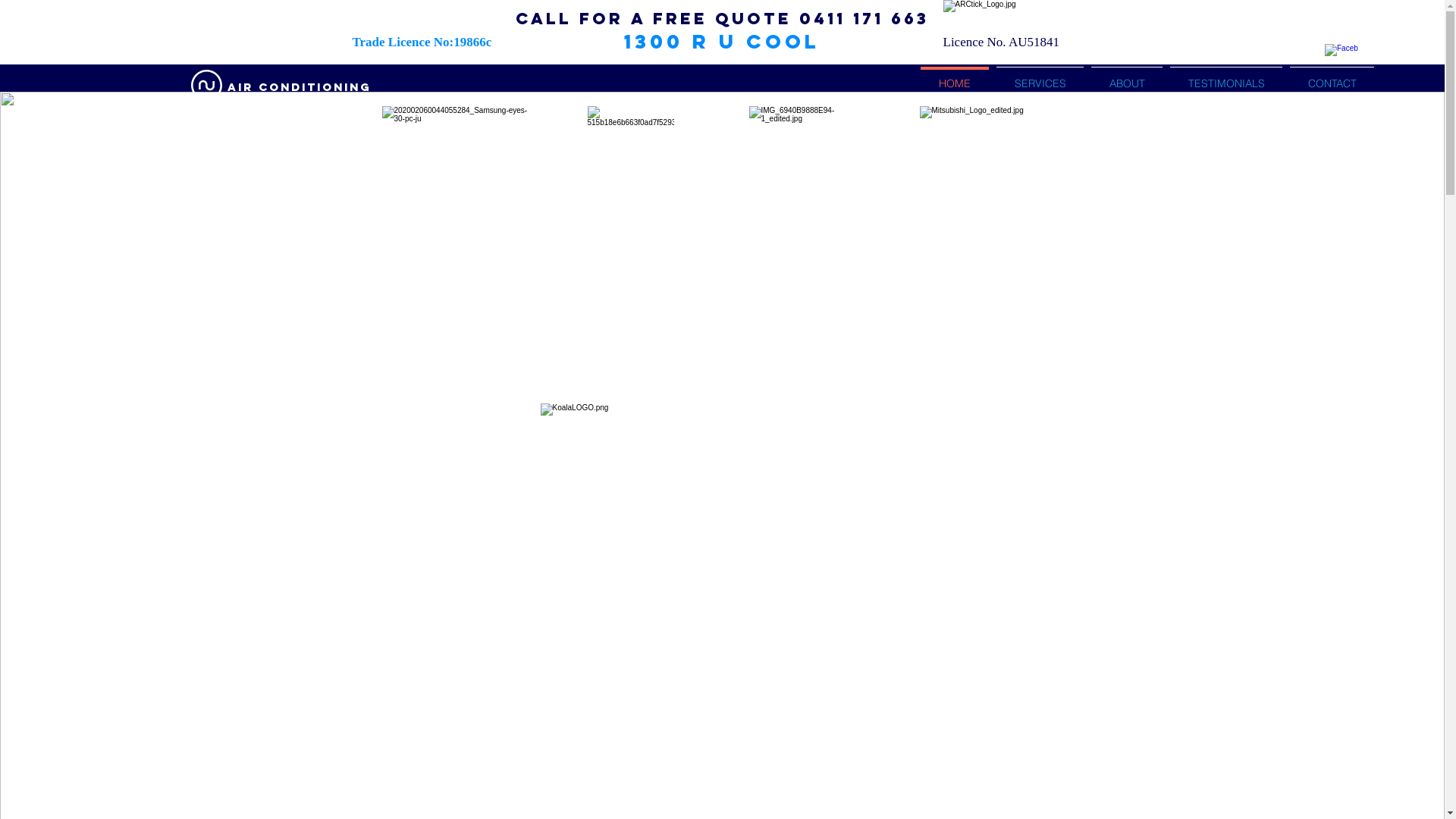 This screenshot has width=1456, height=819. Describe the element at coordinates (1226, 77) in the screenshot. I see `'TESTIMONIALS'` at that location.